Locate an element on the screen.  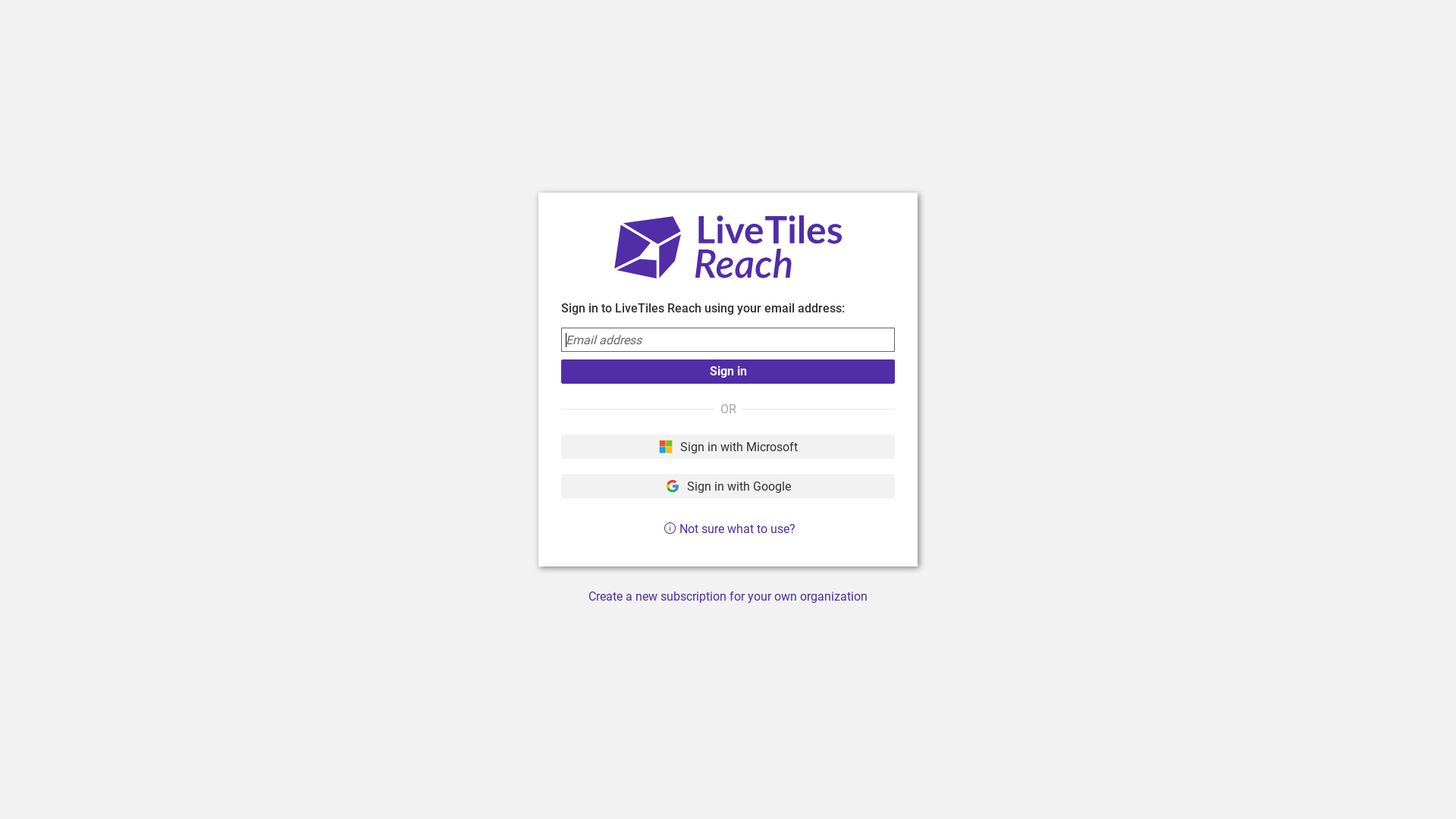
'Sign in' is located at coordinates (728, 371).